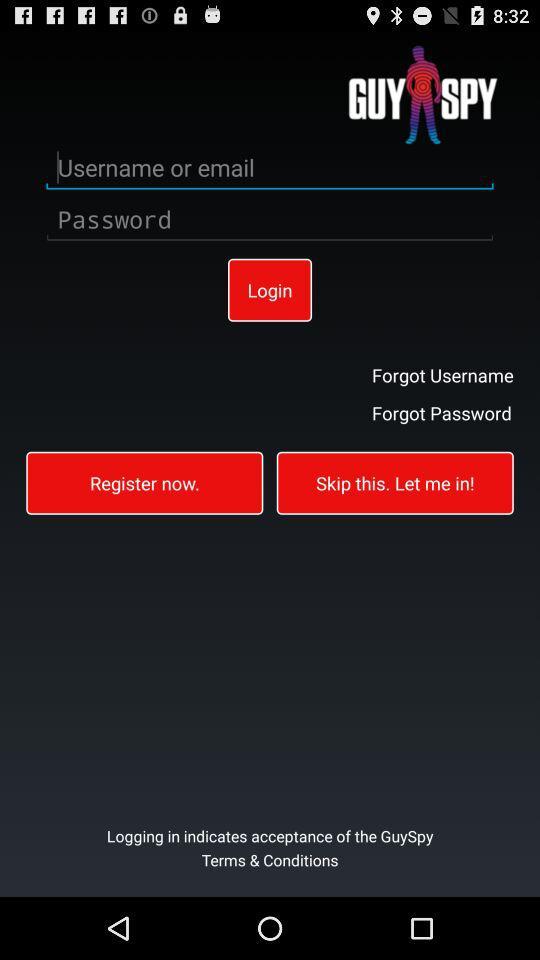  Describe the element at coordinates (442, 411) in the screenshot. I see `forgot password` at that location.